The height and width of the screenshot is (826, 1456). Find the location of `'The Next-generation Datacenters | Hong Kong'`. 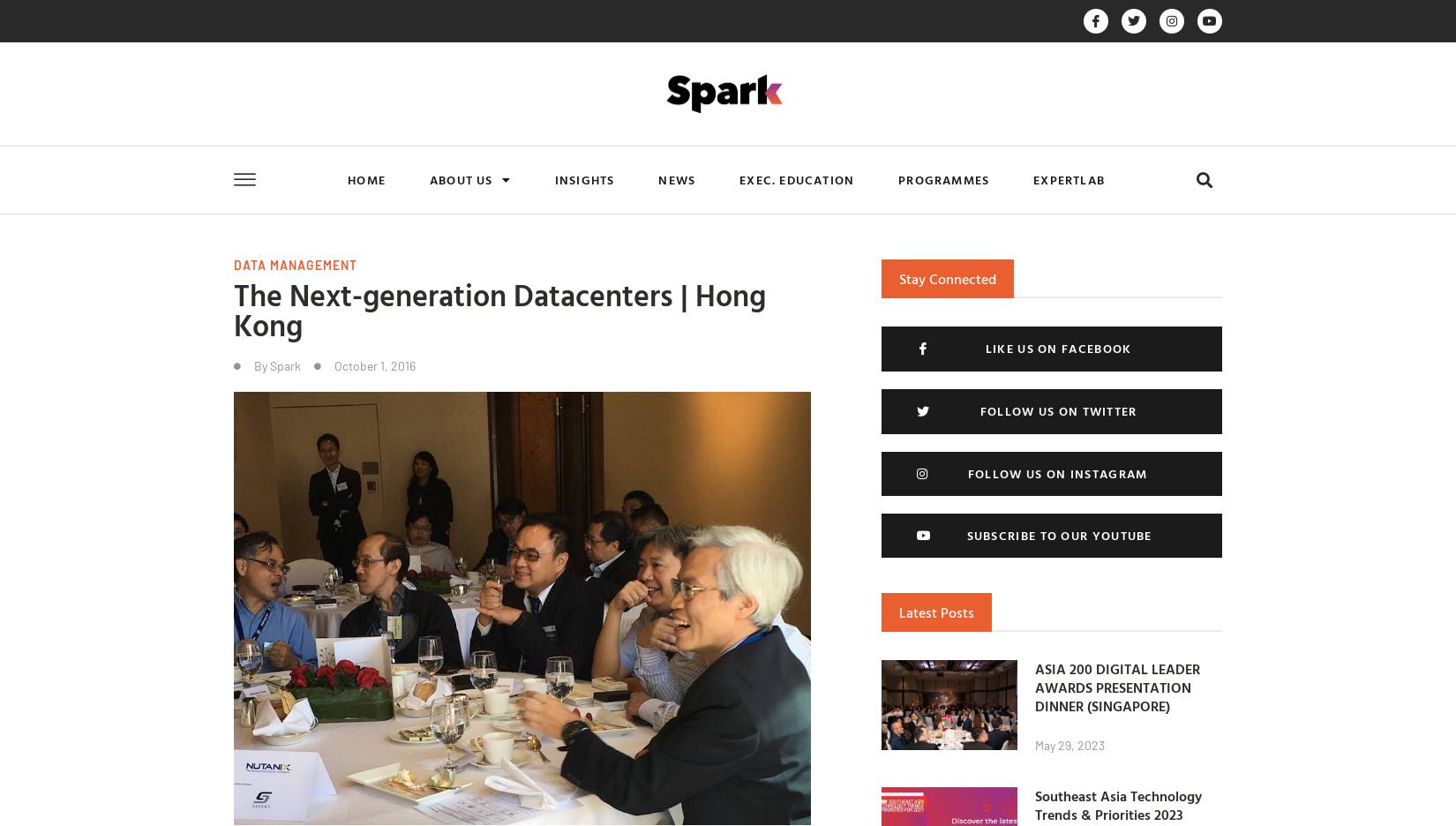

'The Next-generation Datacenters | Hong Kong' is located at coordinates (499, 309).